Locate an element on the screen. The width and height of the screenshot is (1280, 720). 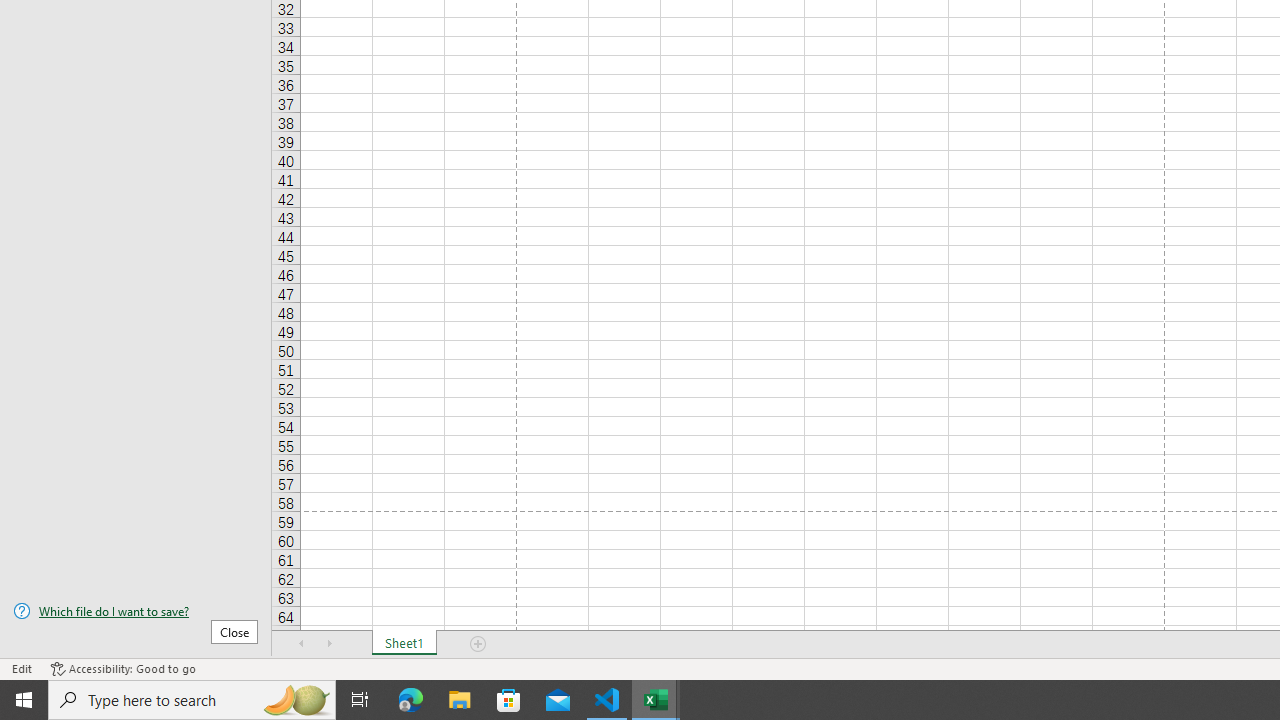
'Visual Studio Code - 1 running window' is located at coordinates (606, 698).